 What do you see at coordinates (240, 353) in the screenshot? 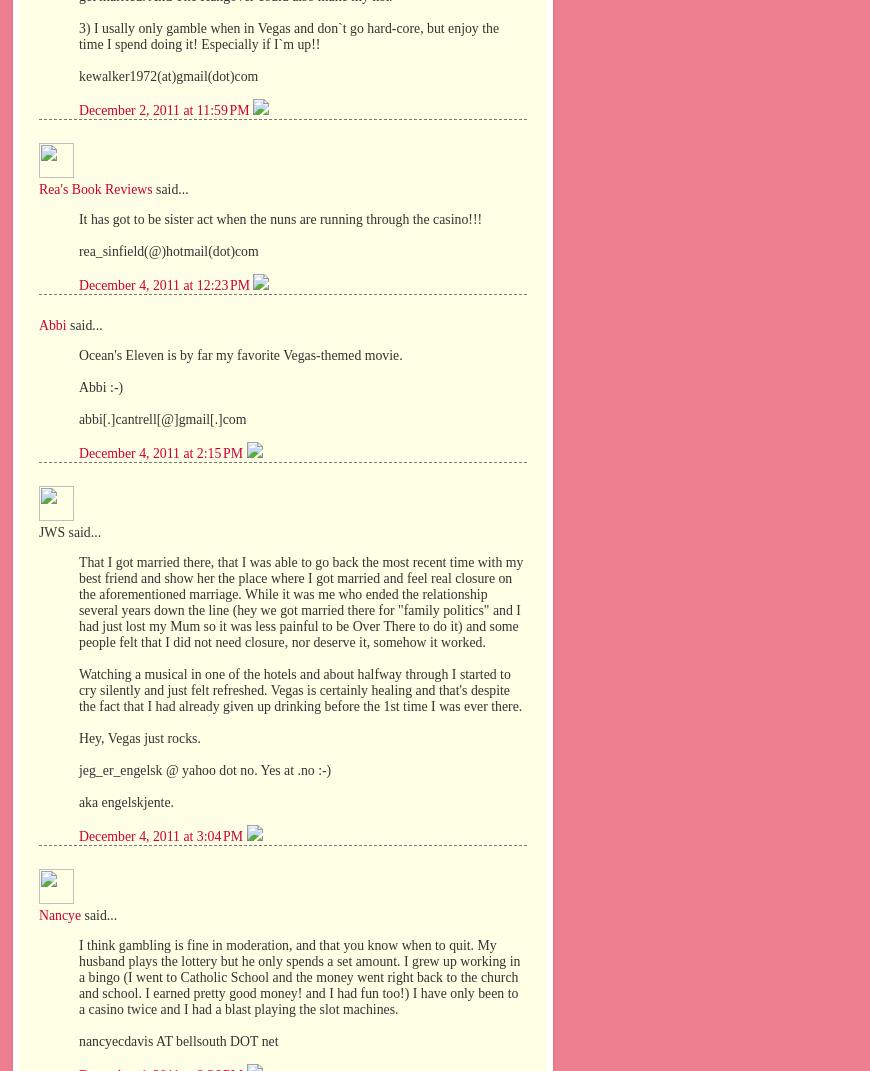
I see `'Ocean's Eleven is by far my favorite Vegas-themed movie.'` at bounding box center [240, 353].